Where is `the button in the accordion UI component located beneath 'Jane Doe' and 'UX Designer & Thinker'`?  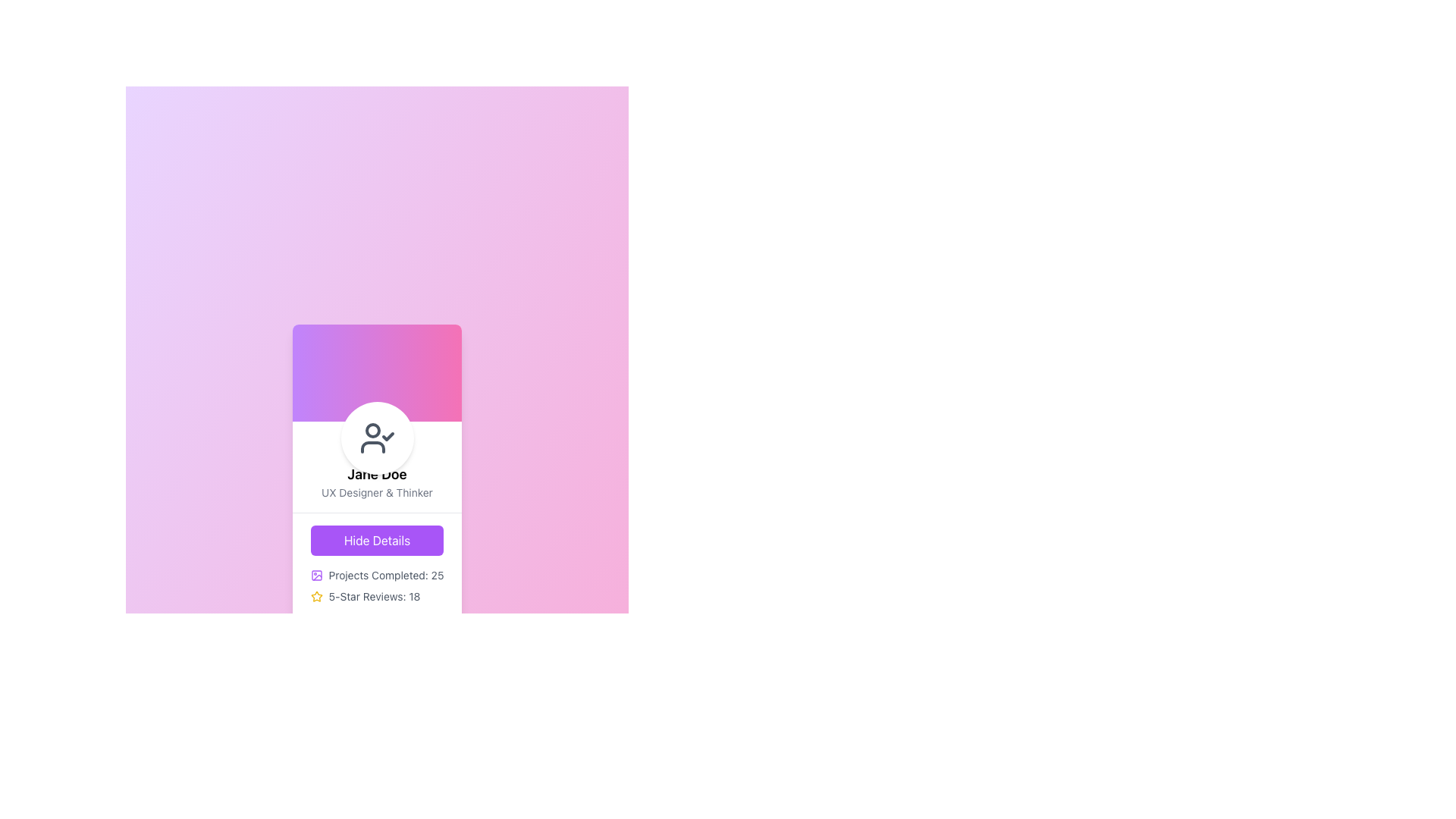 the button in the accordion UI component located beneath 'Jane Doe' and 'UX Designer & Thinker' is located at coordinates (377, 564).